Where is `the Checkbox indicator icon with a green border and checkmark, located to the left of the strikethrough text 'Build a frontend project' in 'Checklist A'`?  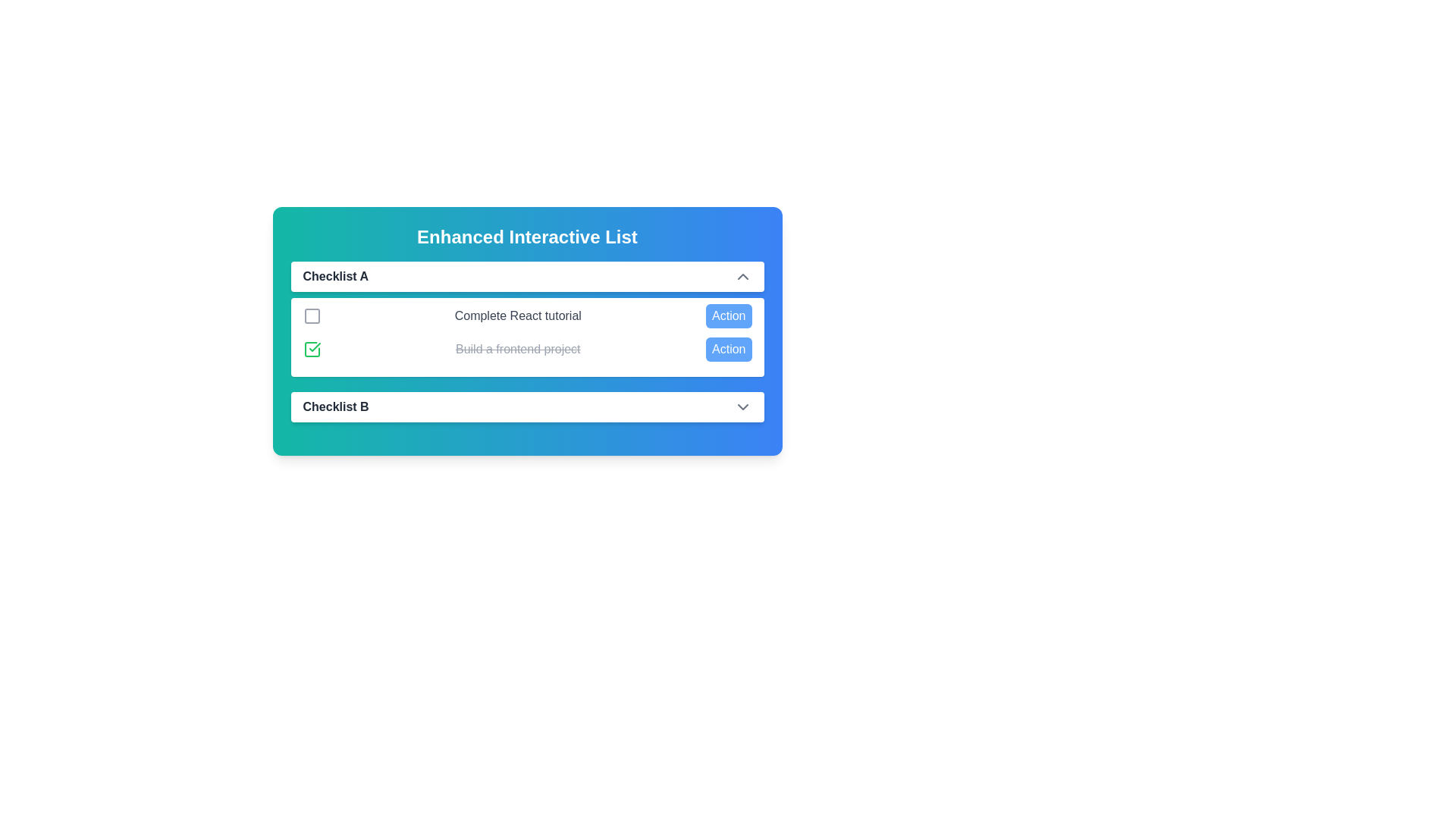
the Checkbox indicator icon with a green border and checkmark, located to the left of the strikethrough text 'Build a frontend project' in 'Checklist A' is located at coordinates (311, 350).